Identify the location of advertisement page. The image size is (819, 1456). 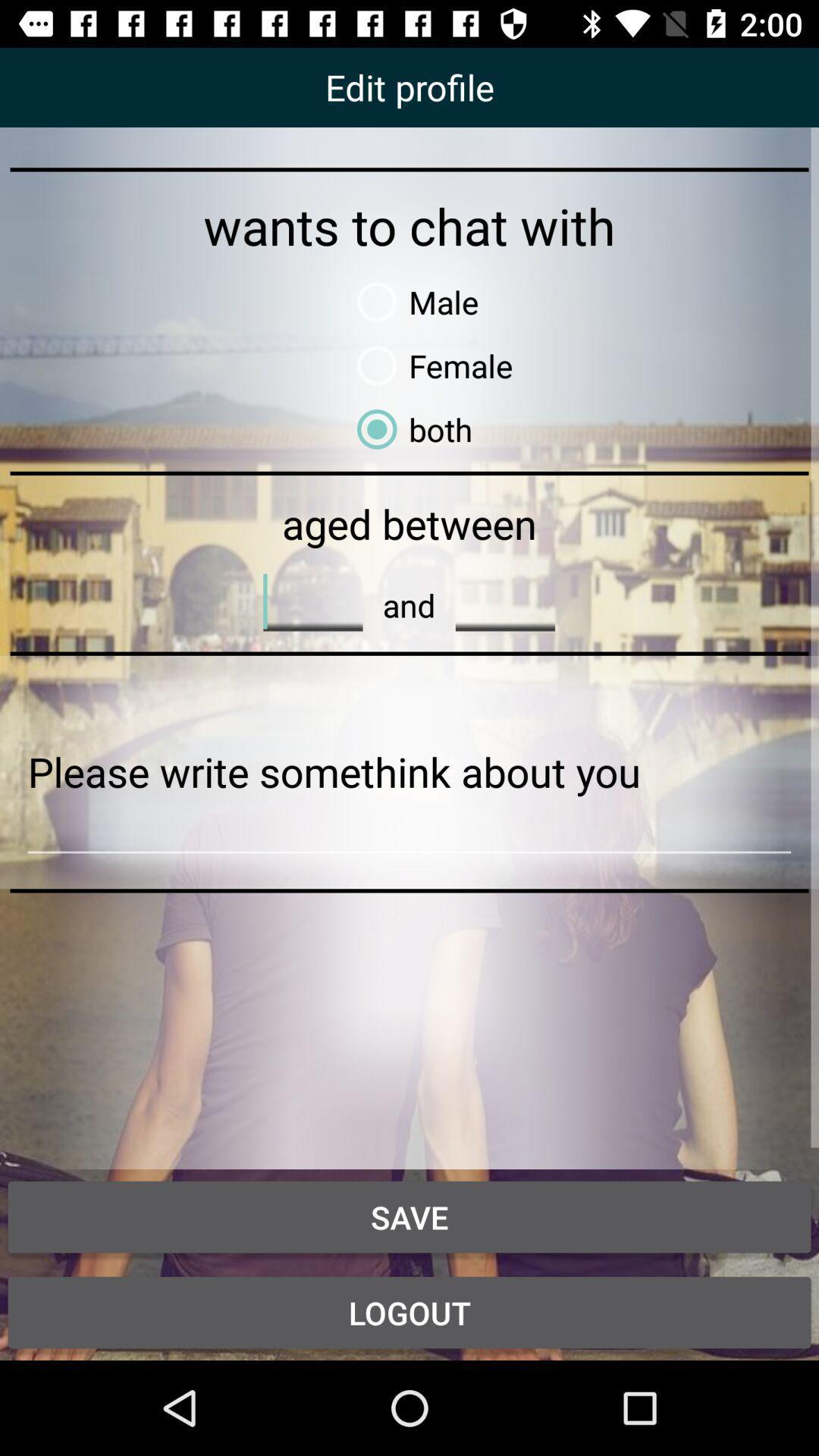
(409, 772).